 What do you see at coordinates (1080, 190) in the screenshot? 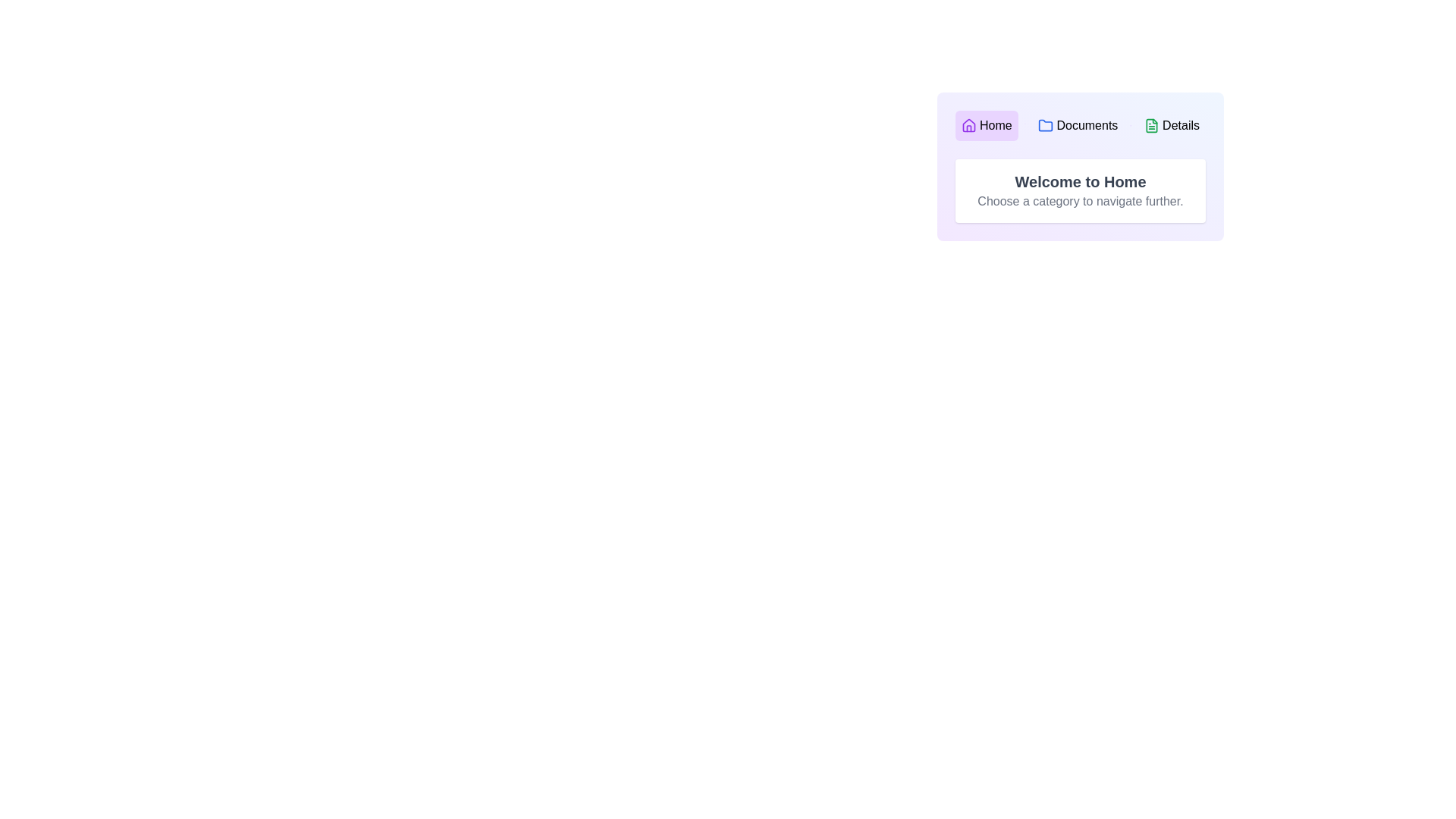
I see `text block located below the navigation bar which contains 'Welcome to Home' and 'Choose a category to navigate further.'` at bounding box center [1080, 190].